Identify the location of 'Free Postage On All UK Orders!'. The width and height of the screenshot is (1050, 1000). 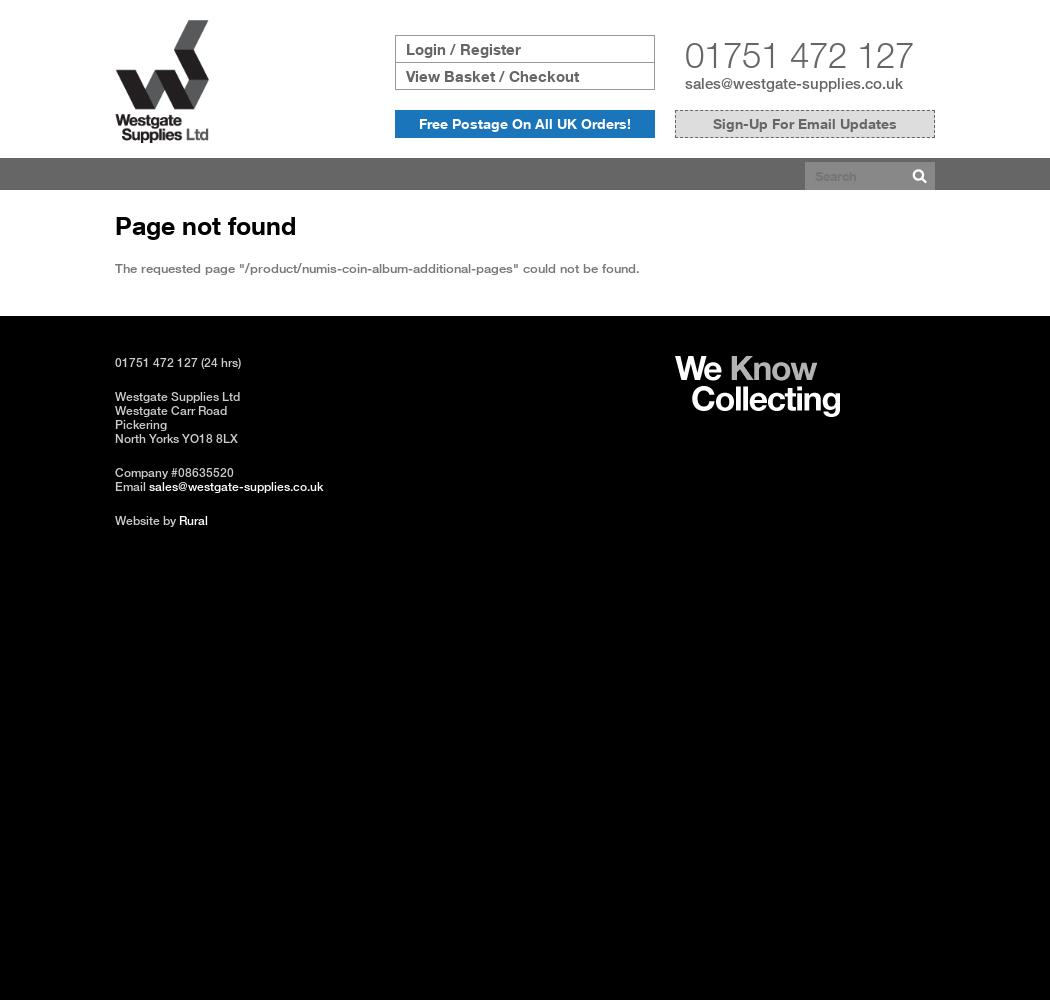
(525, 122).